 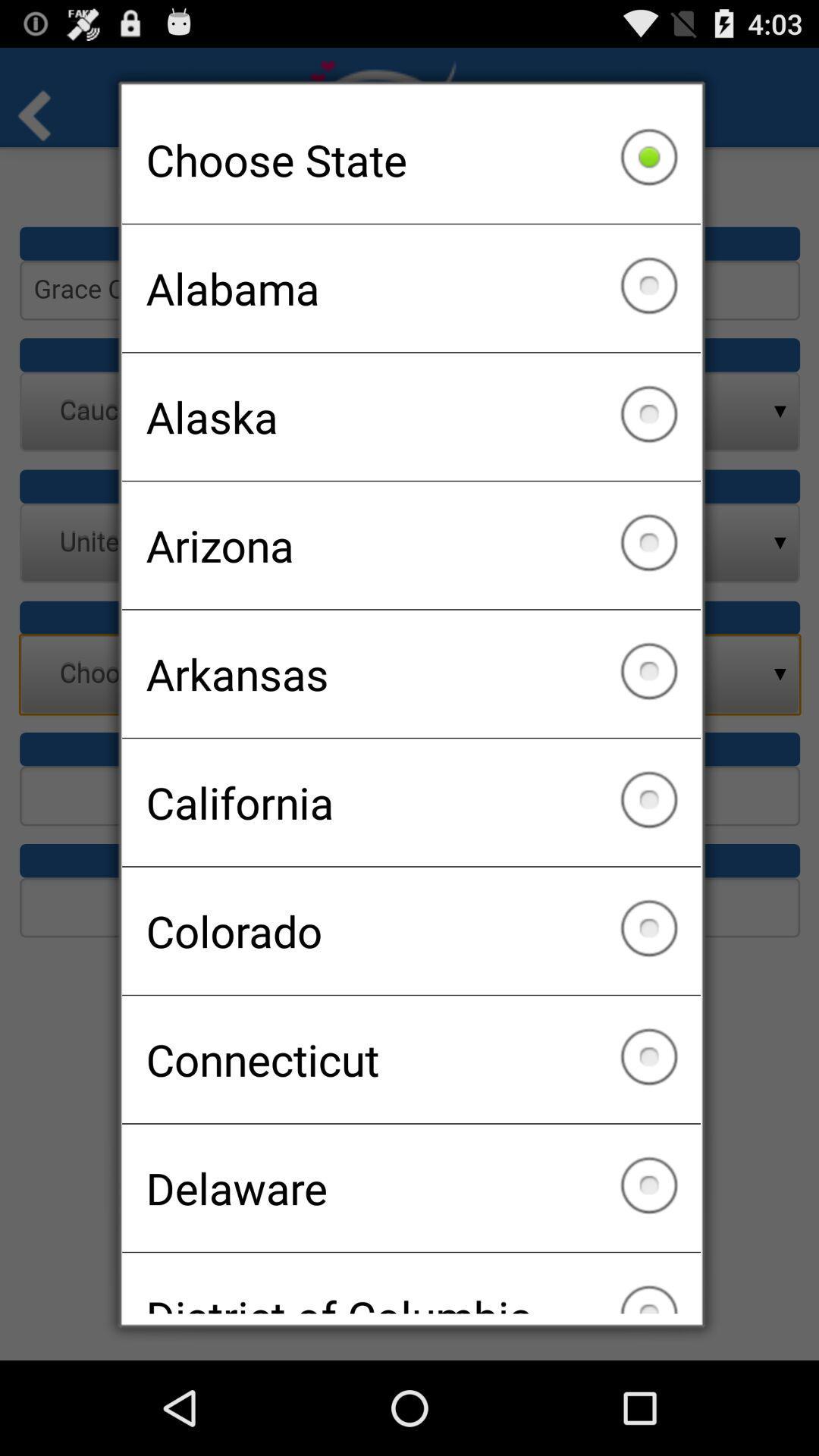 What do you see at coordinates (411, 1059) in the screenshot?
I see `item below colorado icon` at bounding box center [411, 1059].